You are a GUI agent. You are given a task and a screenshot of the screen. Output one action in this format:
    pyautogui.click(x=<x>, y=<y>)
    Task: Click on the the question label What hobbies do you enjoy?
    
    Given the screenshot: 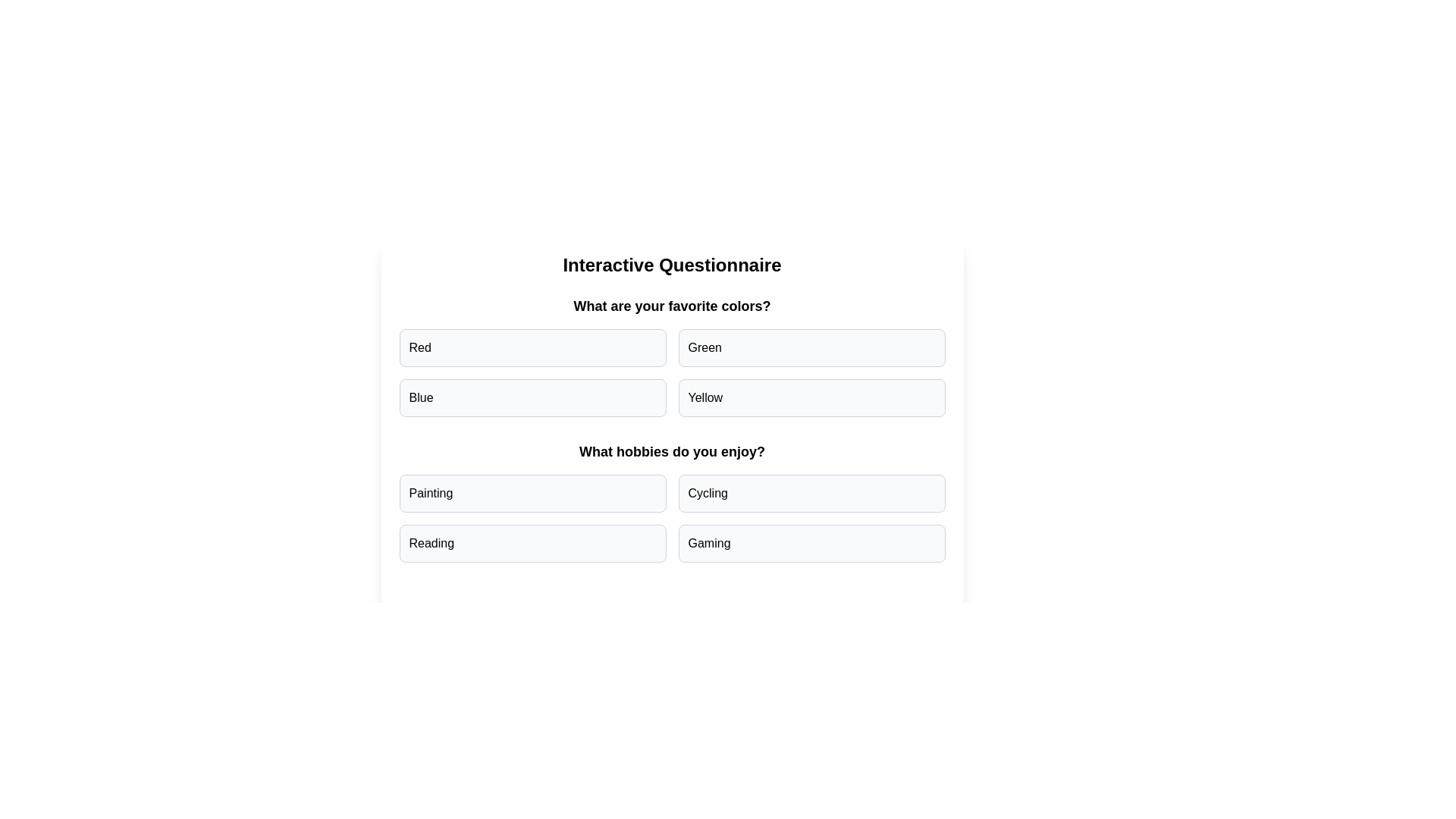 What is the action you would take?
    pyautogui.click(x=671, y=451)
    